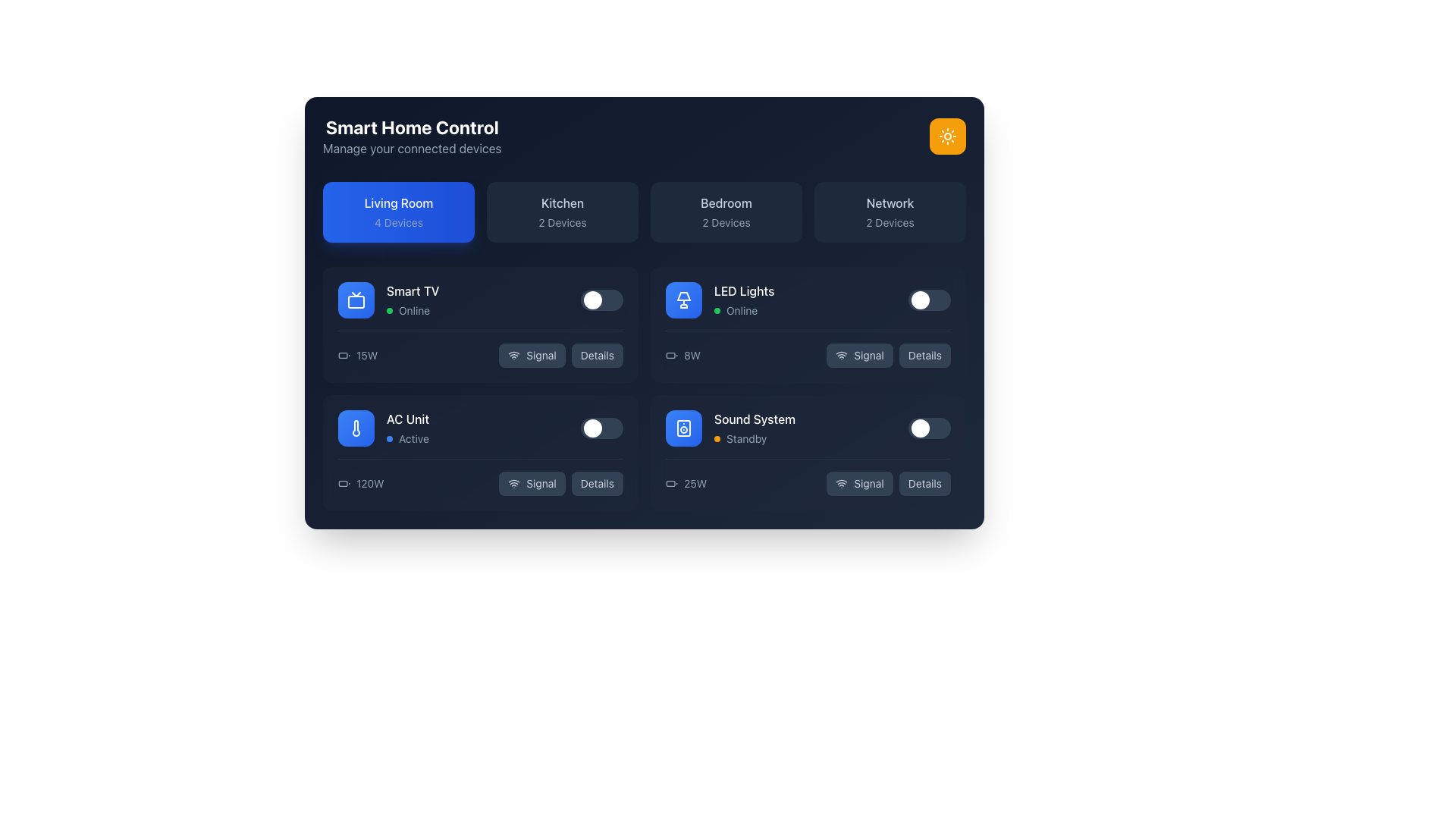 Image resolution: width=1456 pixels, height=819 pixels. What do you see at coordinates (726, 212) in the screenshot?
I see `the dark slate button labeled 'Bedroom' which has two lines of text, 'Bedroom' at the top and '2 Devices' below, positioned between the 'Kitchen' and 'Network' buttons` at bounding box center [726, 212].